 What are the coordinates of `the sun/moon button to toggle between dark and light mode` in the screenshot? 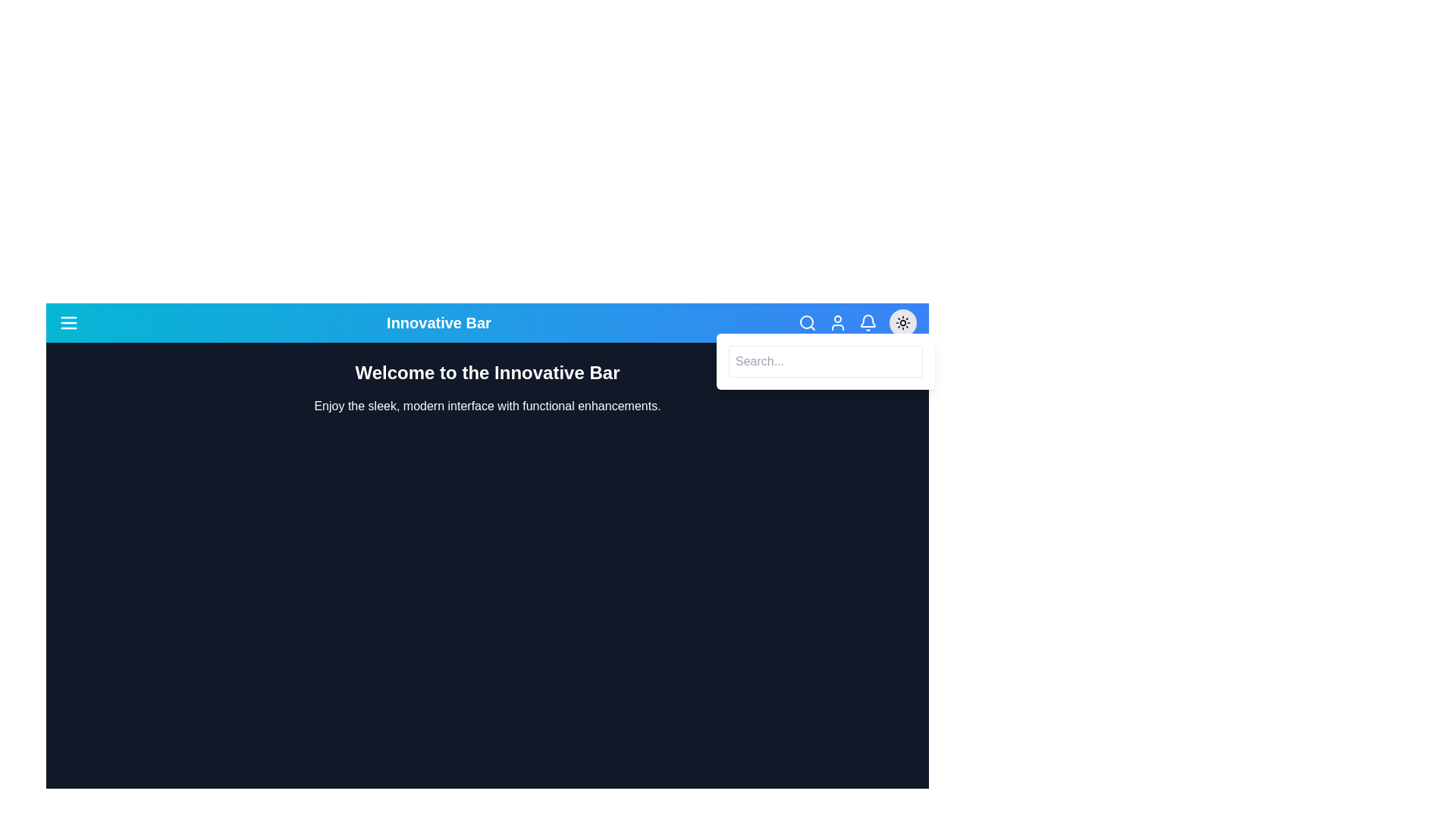 It's located at (902, 322).